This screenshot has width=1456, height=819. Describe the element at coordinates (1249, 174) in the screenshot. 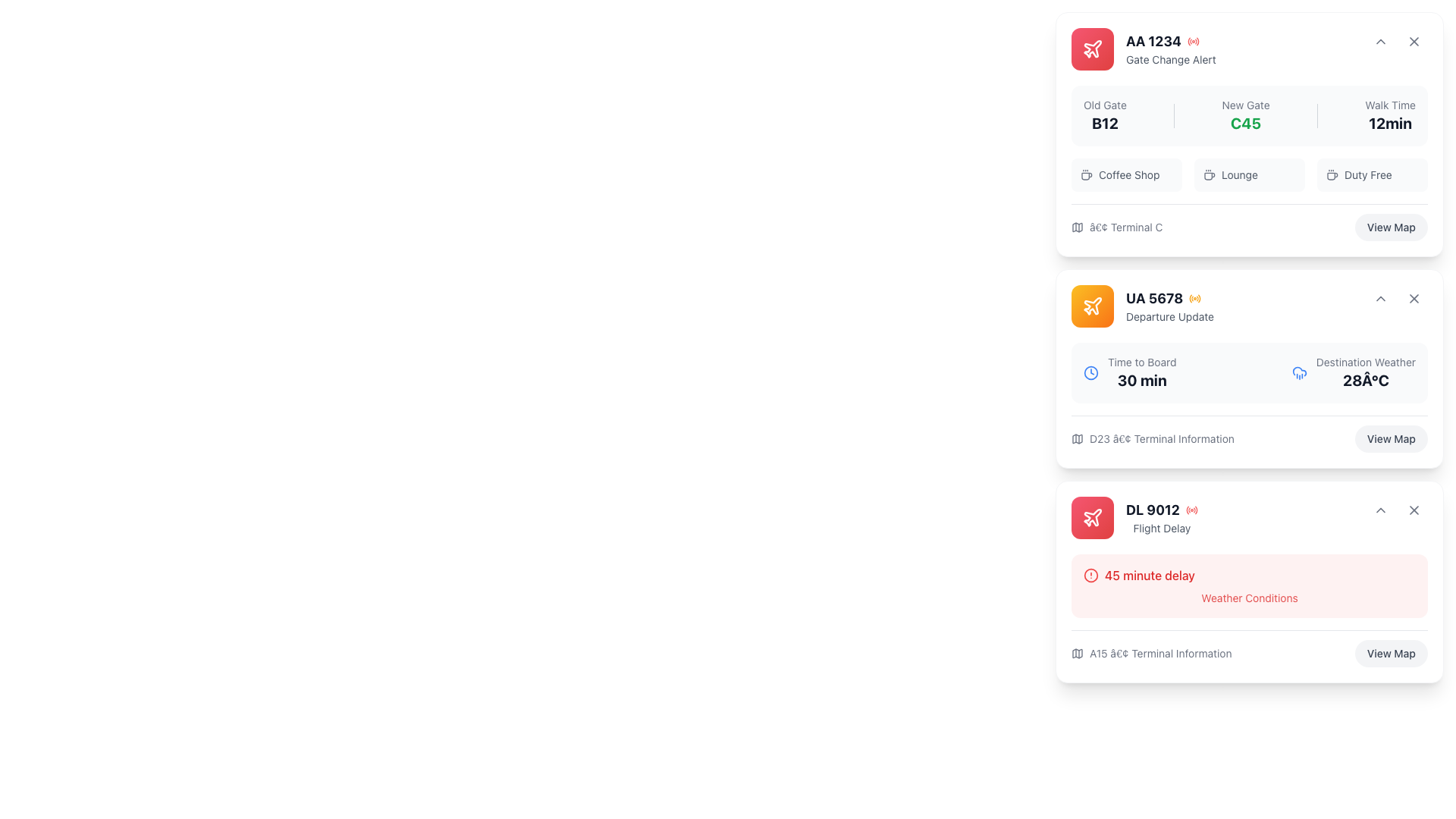

I see `the 'Lounge' button, which is the second item in a row of three options near the bottom of the flight AA 1234 card` at that location.